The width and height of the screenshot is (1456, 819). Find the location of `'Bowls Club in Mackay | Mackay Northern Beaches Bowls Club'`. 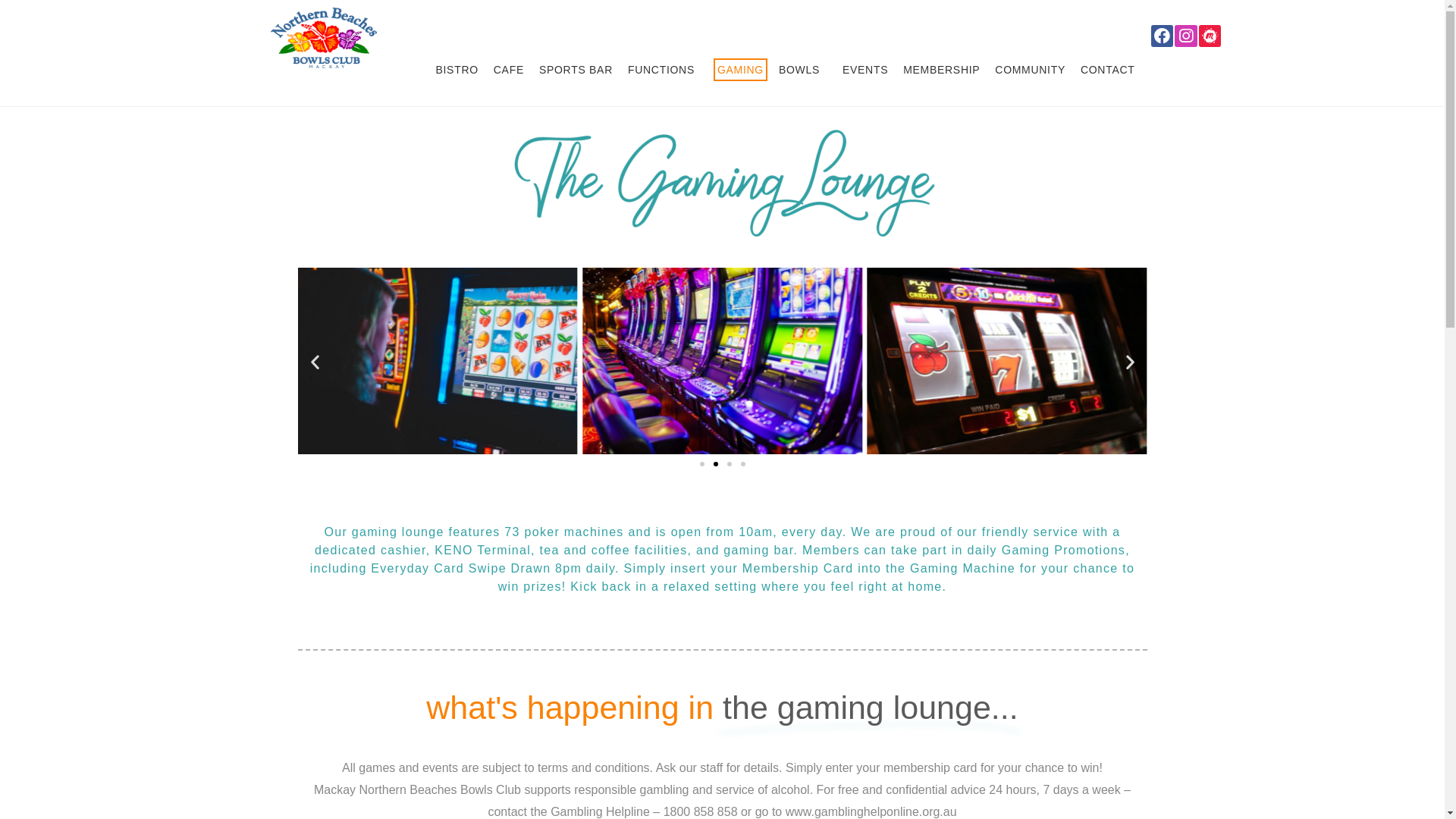

'Bowls Club in Mackay | Mackay Northern Beaches Bowls Club' is located at coordinates (322, 36).